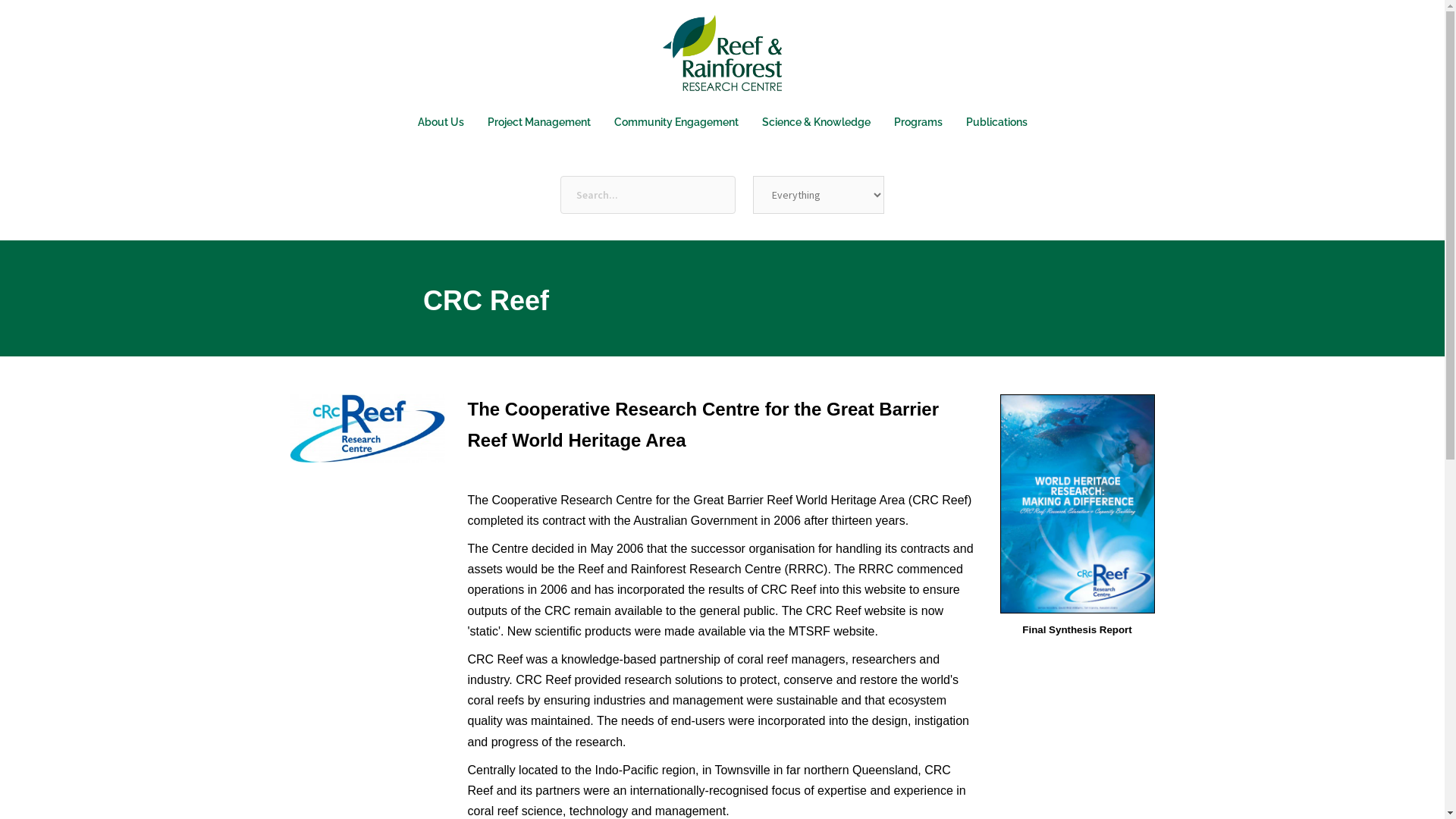 This screenshot has height=819, width=1456. I want to click on 'Reef & Rainforest', so click(721, 57).